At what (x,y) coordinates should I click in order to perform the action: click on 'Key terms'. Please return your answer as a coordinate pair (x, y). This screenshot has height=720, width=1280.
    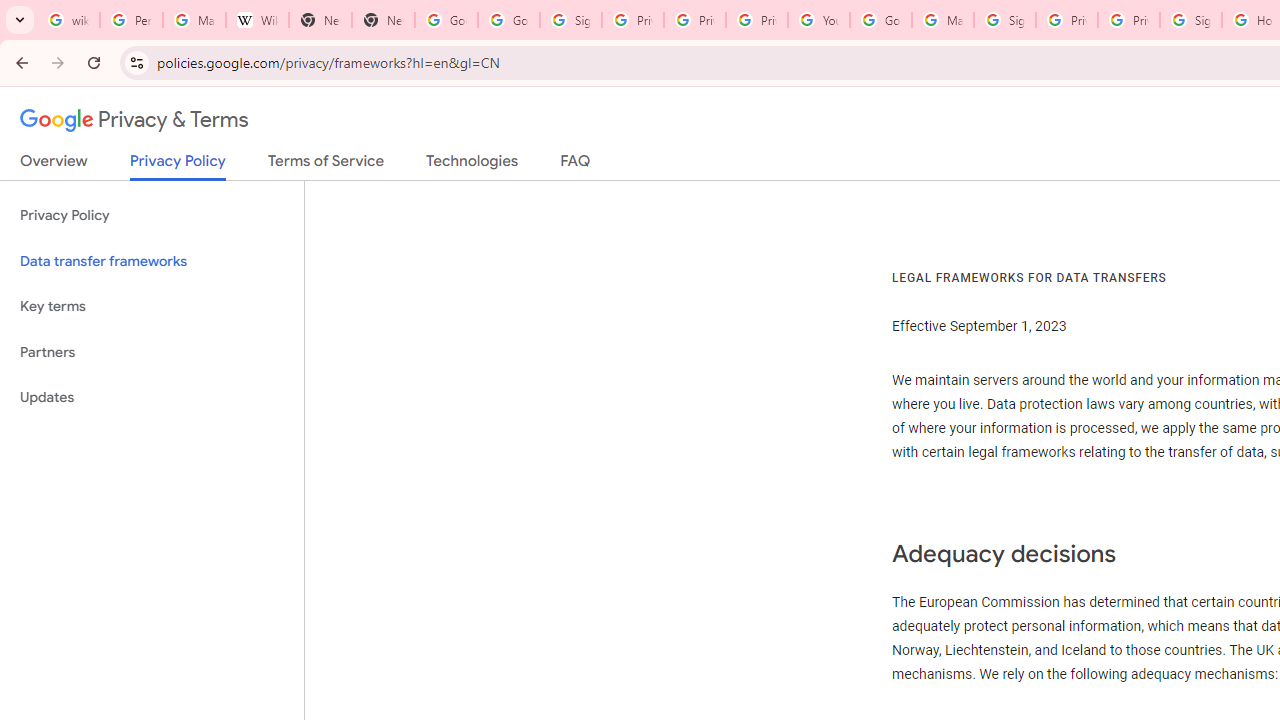
    Looking at the image, I should click on (151, 306).